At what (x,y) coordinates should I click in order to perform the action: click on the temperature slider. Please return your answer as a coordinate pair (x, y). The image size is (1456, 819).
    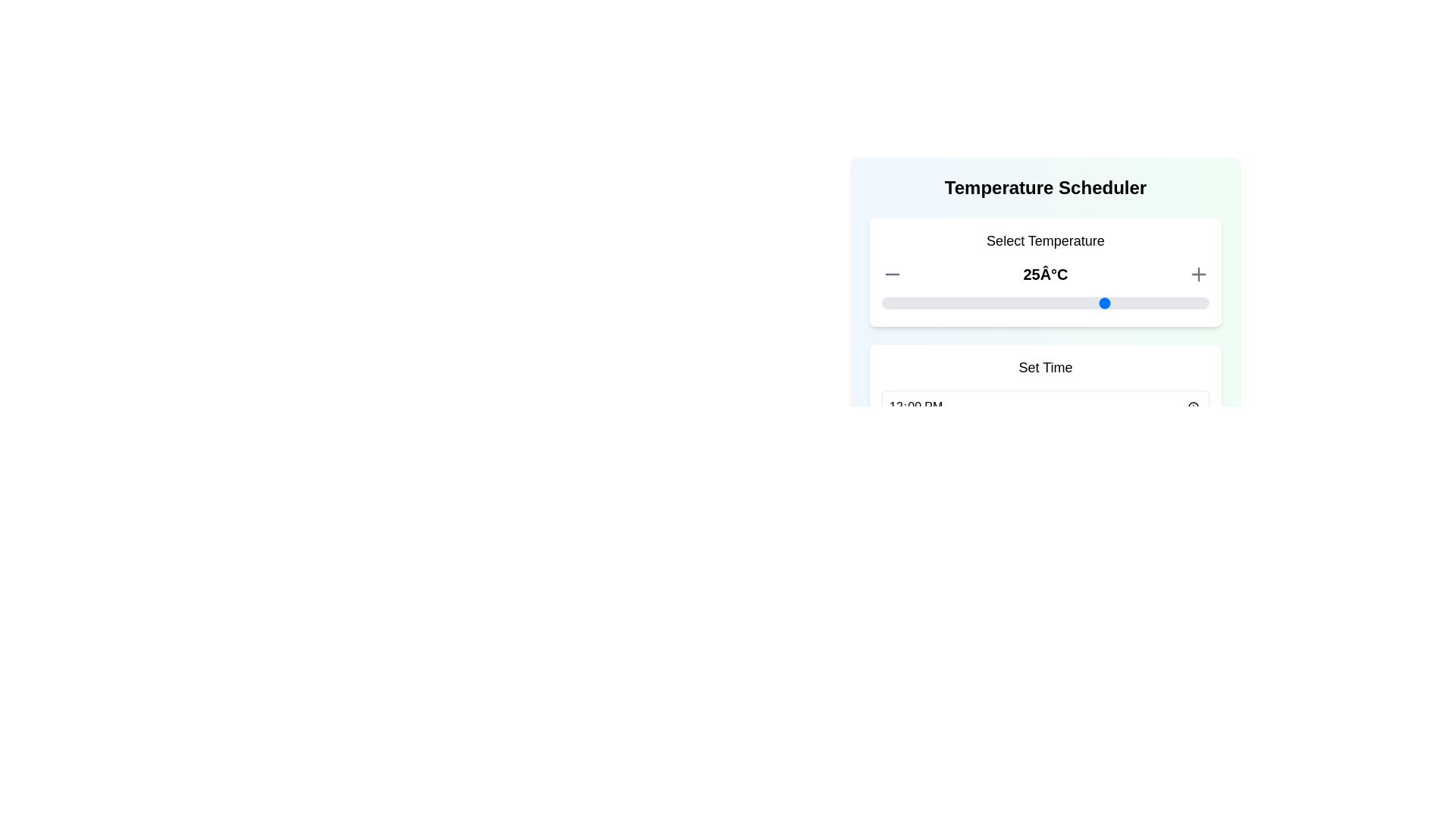
    Looking at the image, I should click on (1049, 303).